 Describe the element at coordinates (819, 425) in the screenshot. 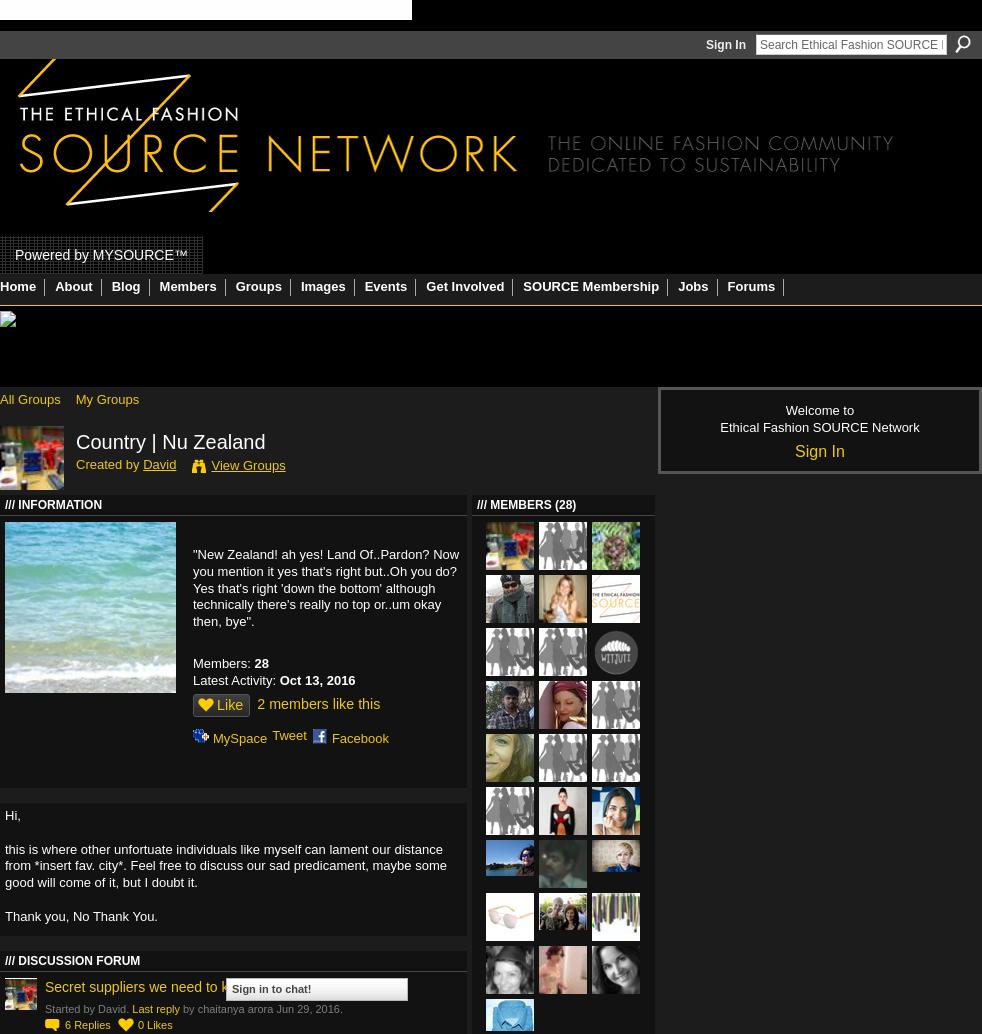

I see `'Ethical Fashion SOURCE Network'` at that location.